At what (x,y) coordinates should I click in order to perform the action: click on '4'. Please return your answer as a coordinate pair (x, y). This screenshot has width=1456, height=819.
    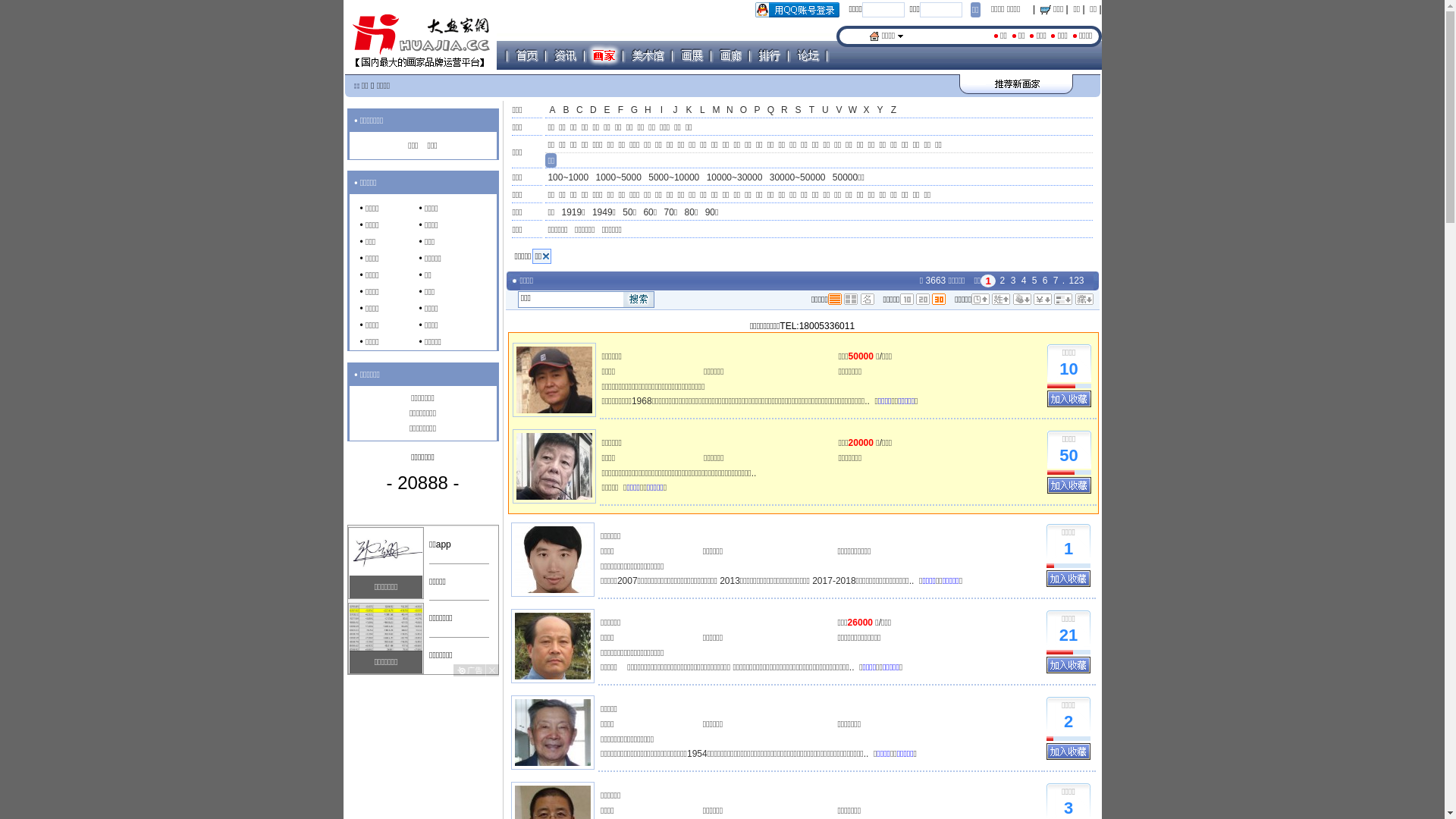
    Looking at the image, I should click on (1024, 281).